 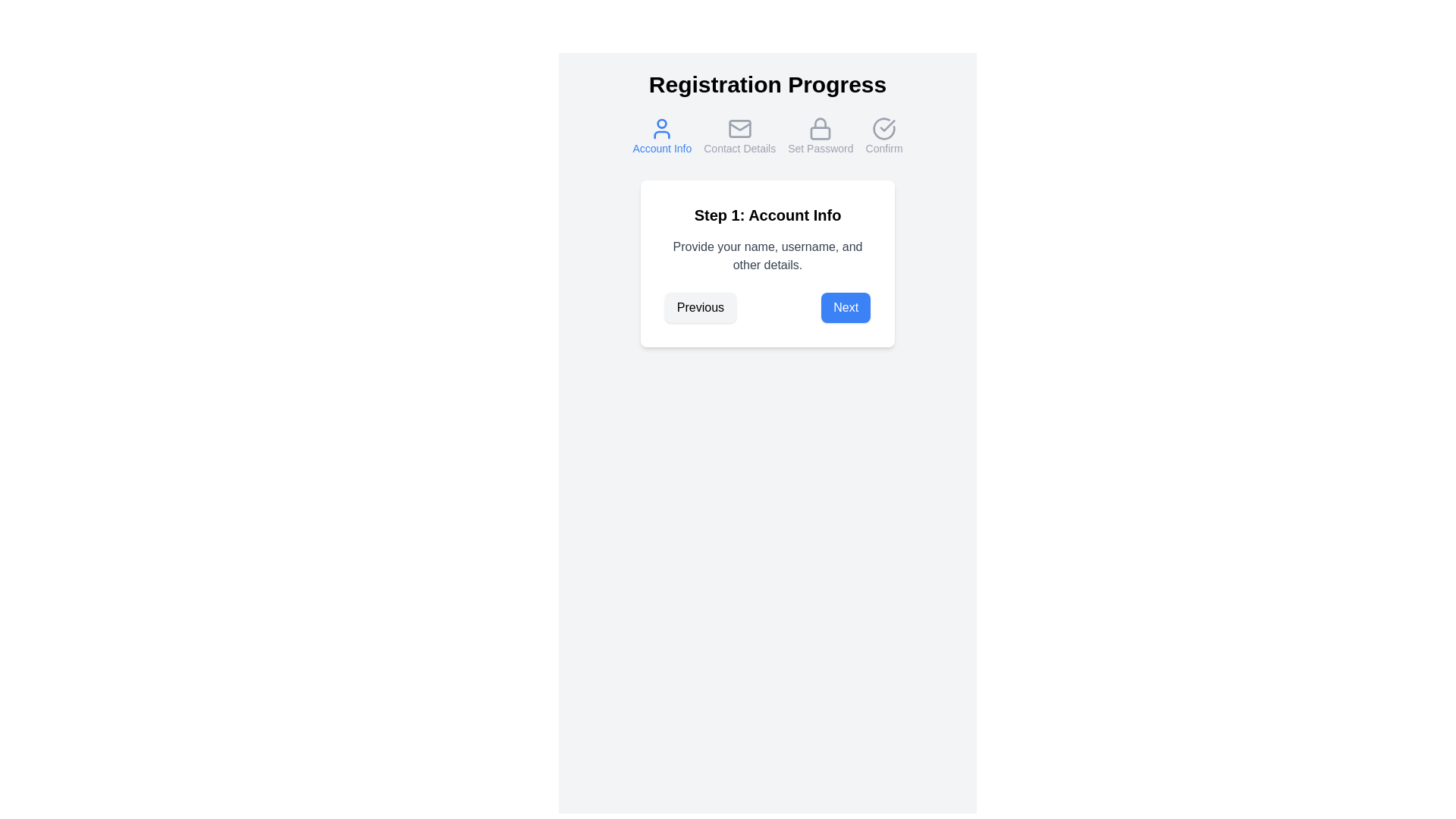 I want to click on the mail icon with an envelope shape located in the horizontal navigation bar, positioned second from the left among four icons, so click(x=739, y=127).